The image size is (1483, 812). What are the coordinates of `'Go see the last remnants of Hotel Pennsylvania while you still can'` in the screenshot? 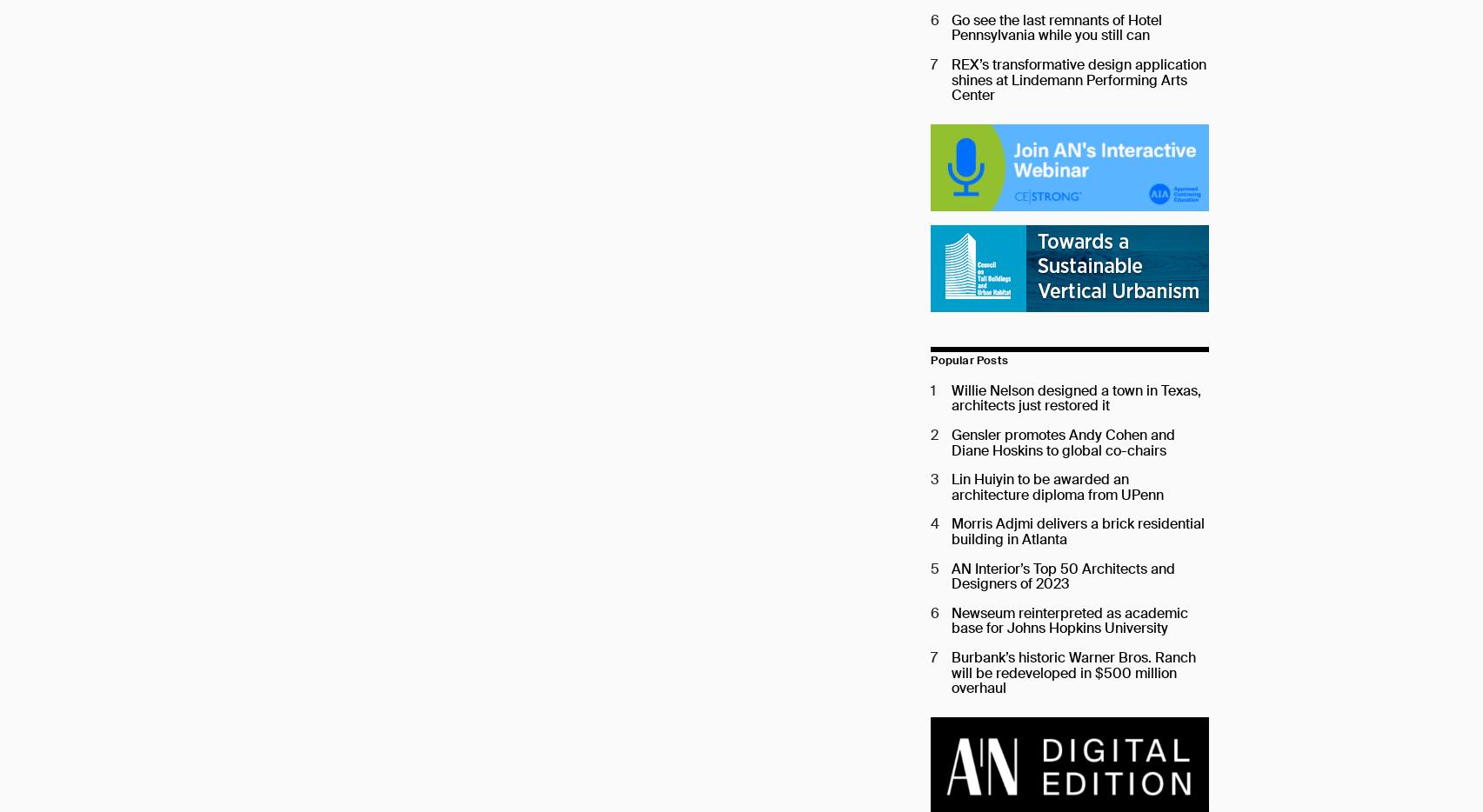 It's located at (950, 26).